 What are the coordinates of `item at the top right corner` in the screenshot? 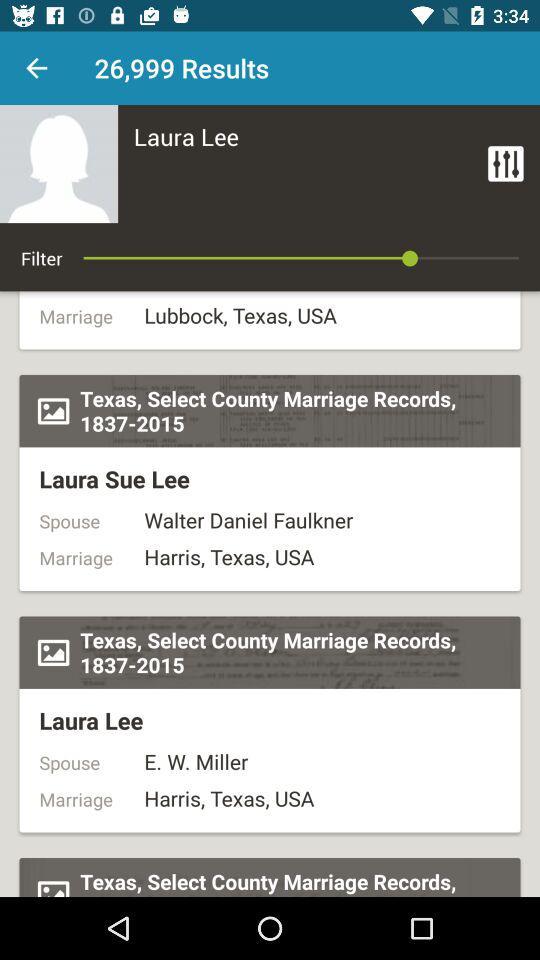 It's located at (504, 162).